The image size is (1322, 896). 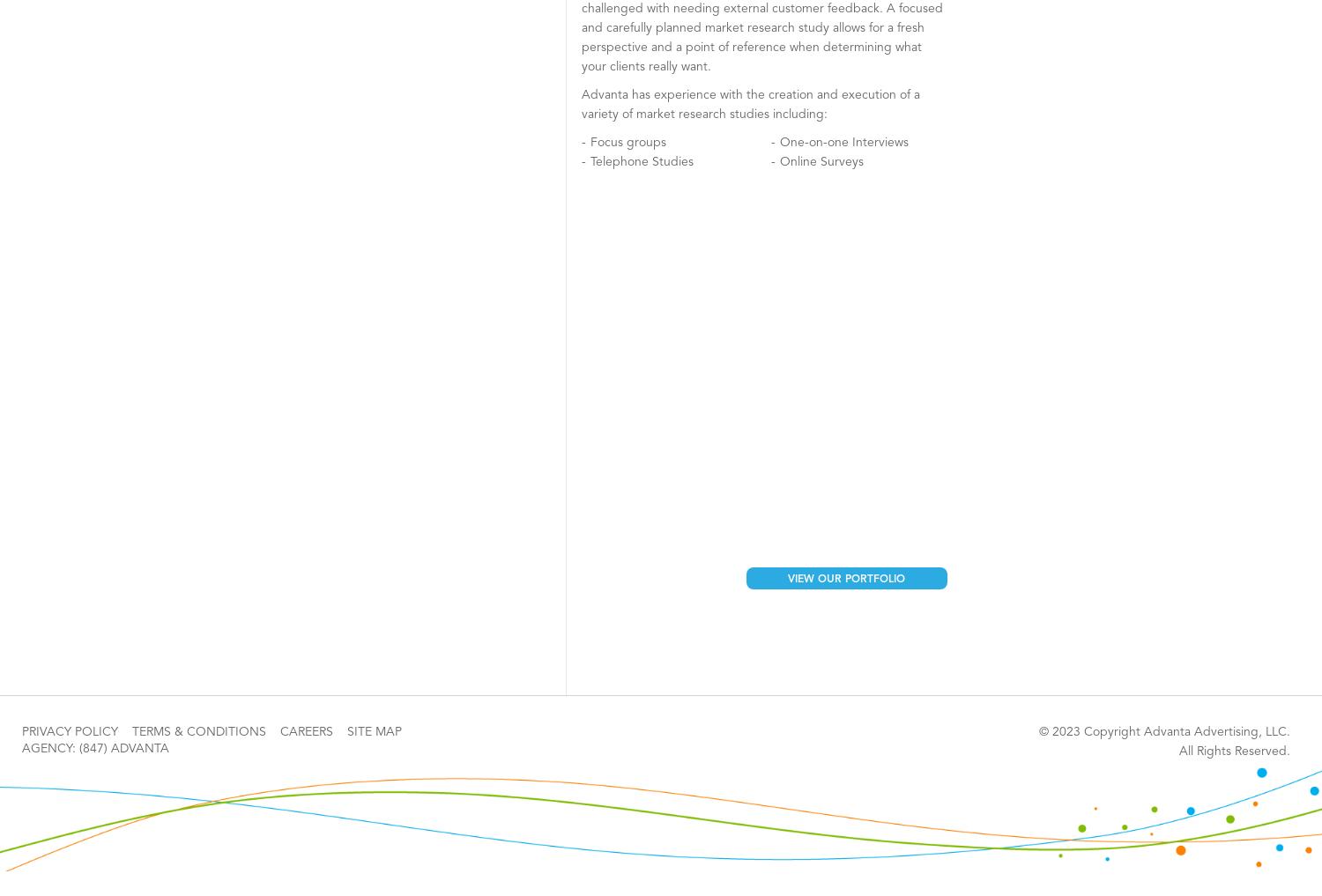 I want to click on 'View our portfolio', so click(x=845, y=579).